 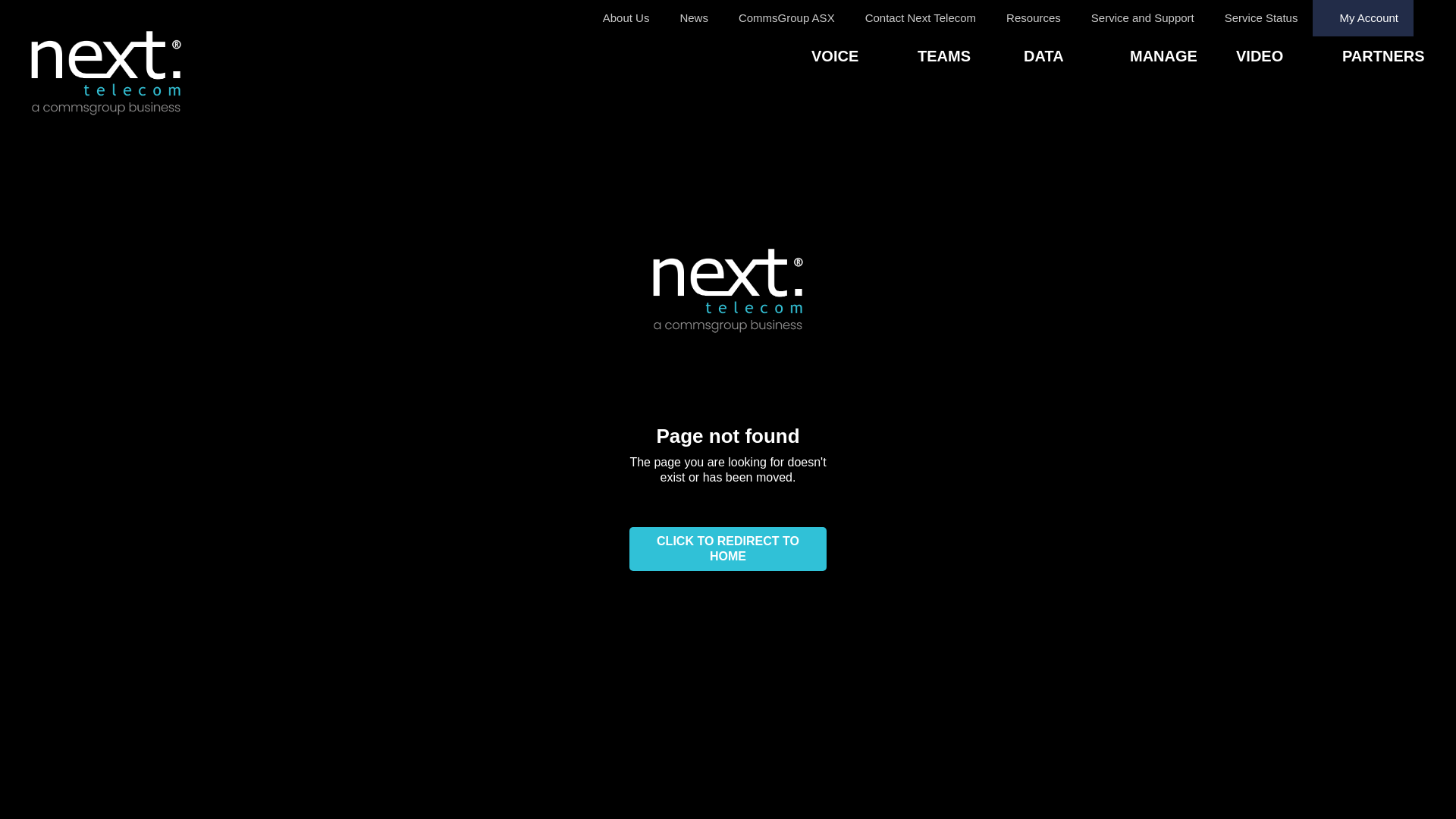 I want to click on 'My Account', so click(x=1363, y=17).